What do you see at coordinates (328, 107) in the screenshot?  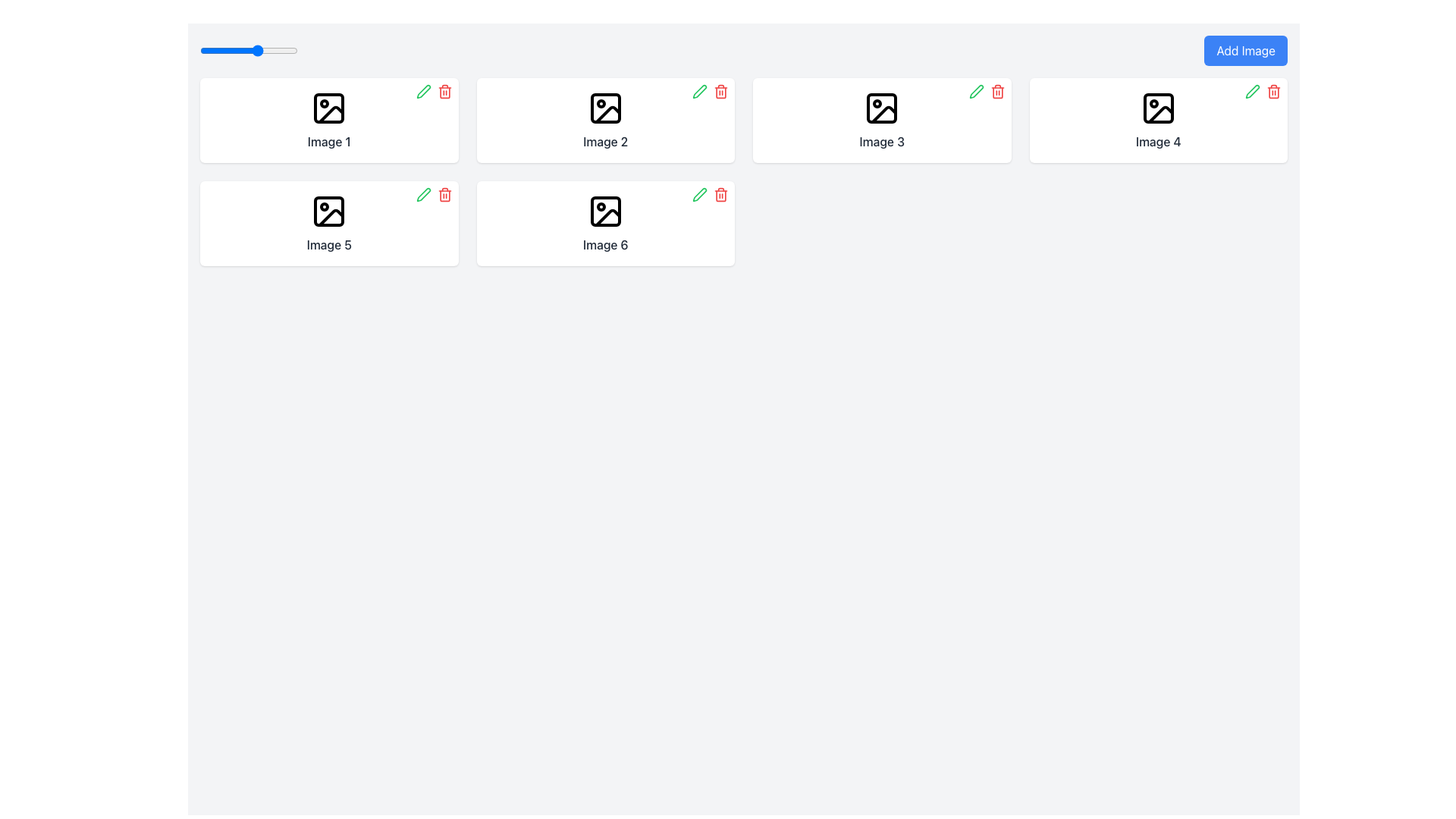 I see `the decorative shape within the image icon located in the top left corner of the 'Image 1' card in the grid` at bounding box center [328, 107].